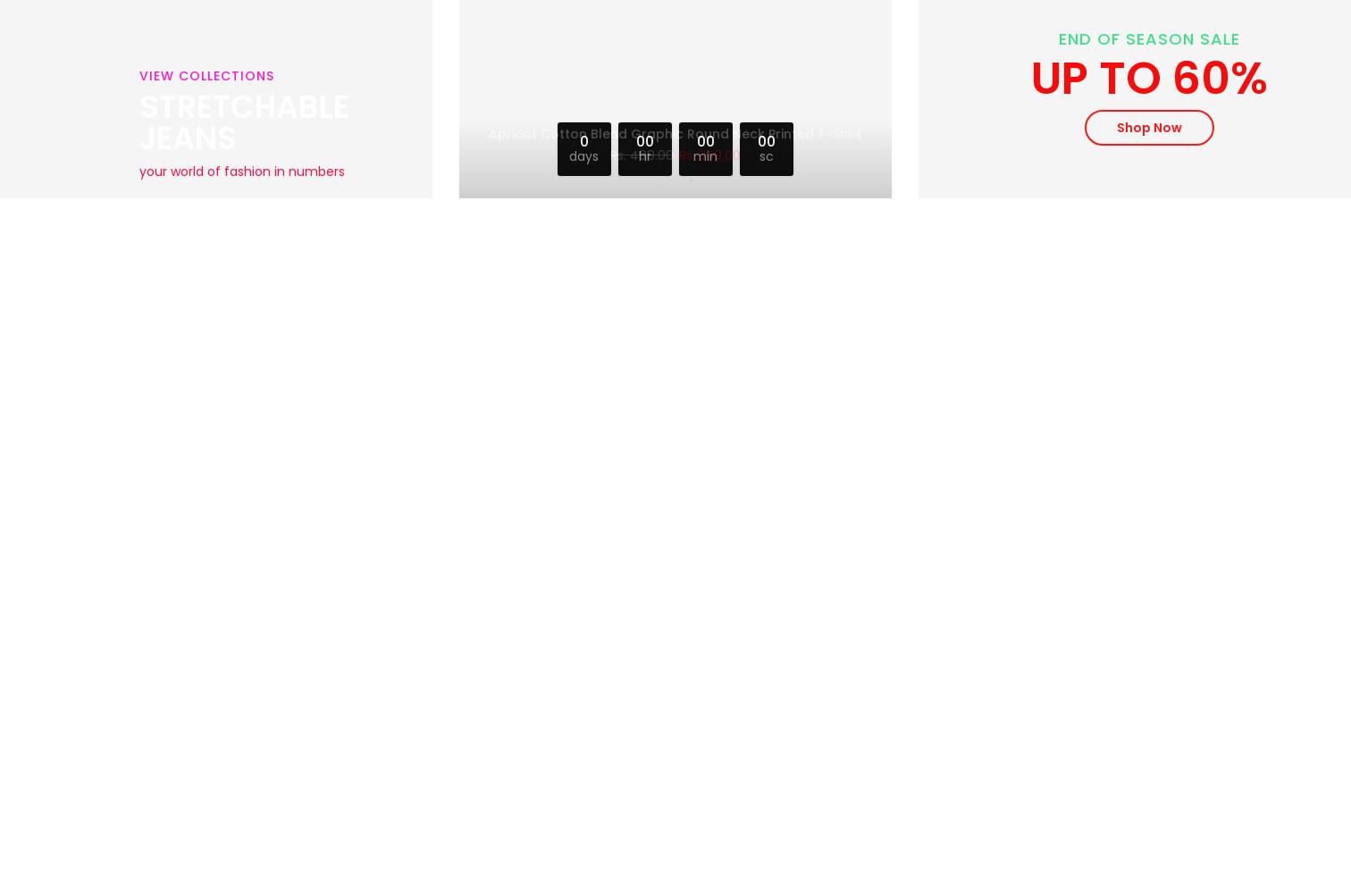  I want to click on 'sc', so click(765, 155).